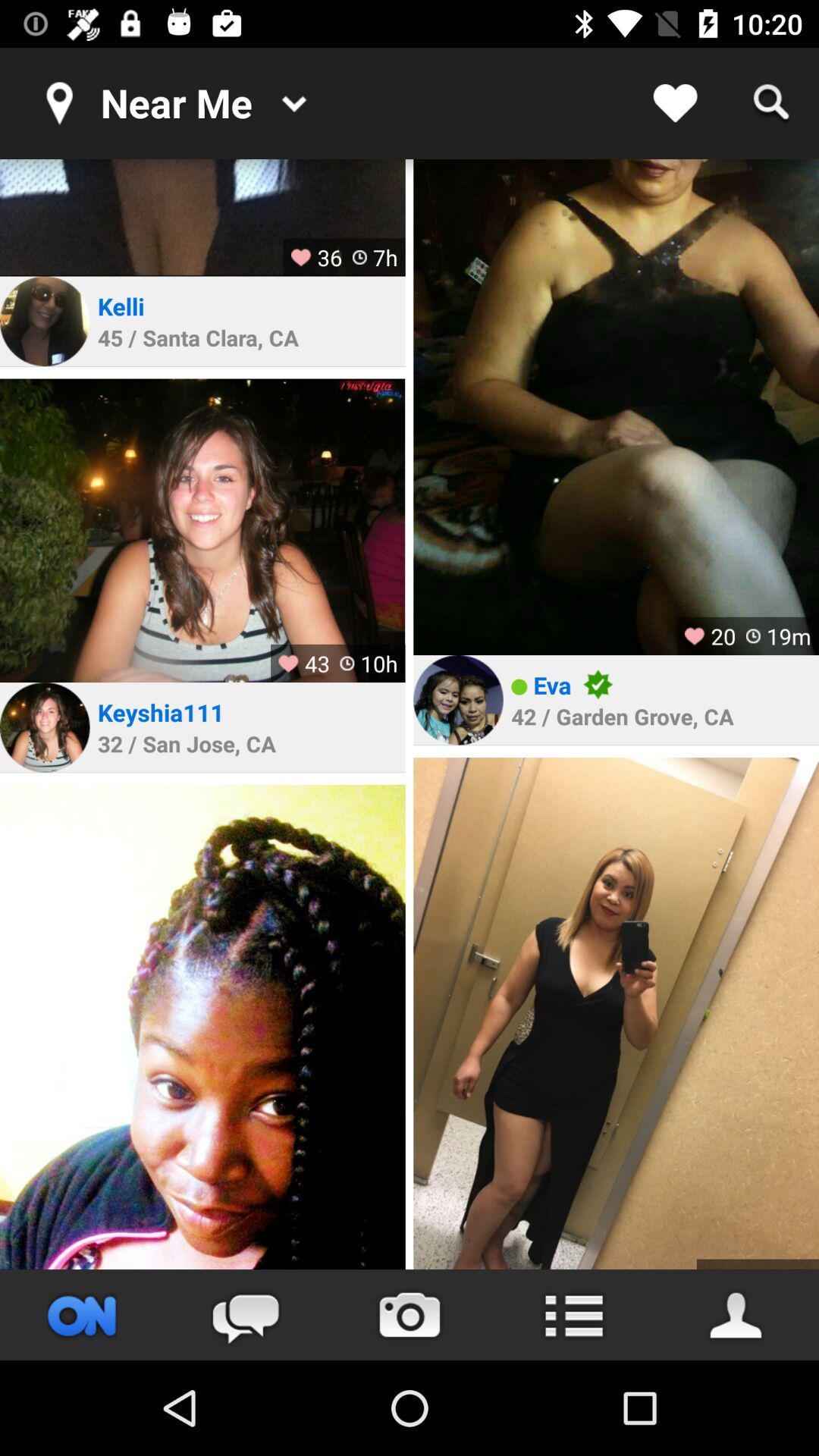 The width and height of the screenshot is (819, 1456). What do you see at coordinates (82, 1314) in the screenshot?
I see `turn on location` at bounding box center [82, 1314].